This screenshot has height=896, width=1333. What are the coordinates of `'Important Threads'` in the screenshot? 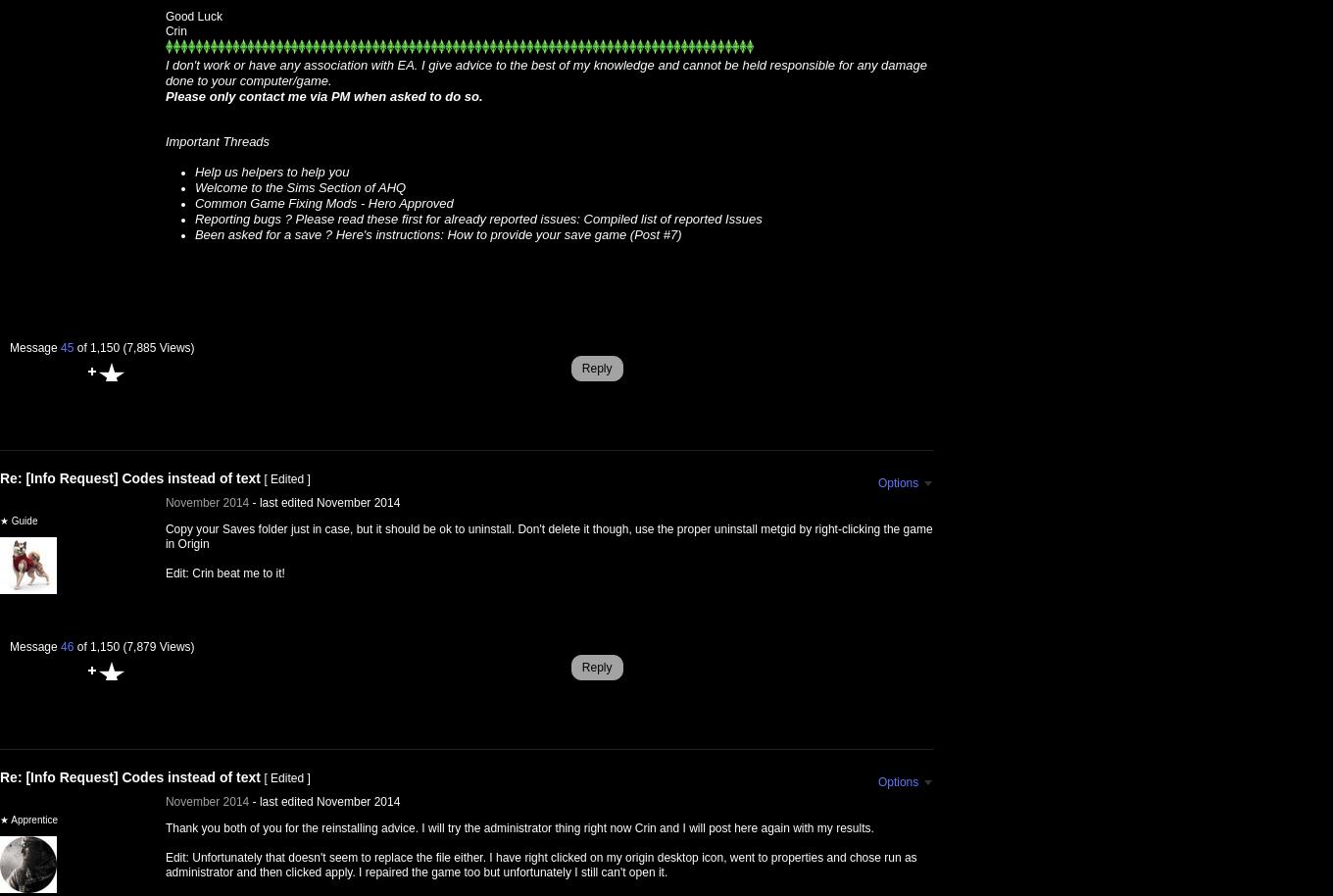 It's located at (216, 140).